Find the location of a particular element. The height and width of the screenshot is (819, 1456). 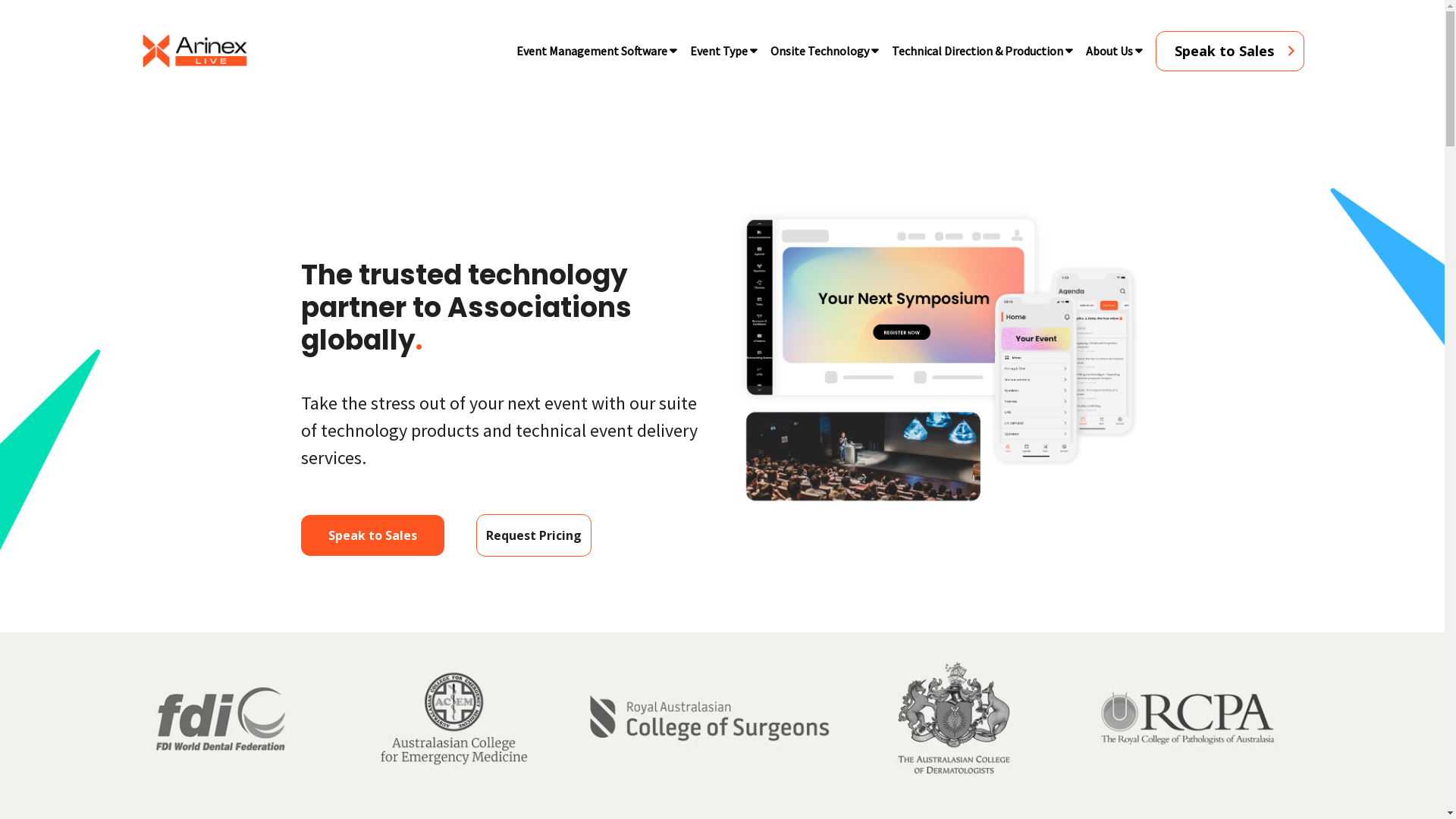

'Request Pricing' is located at coordinates (475, 534).